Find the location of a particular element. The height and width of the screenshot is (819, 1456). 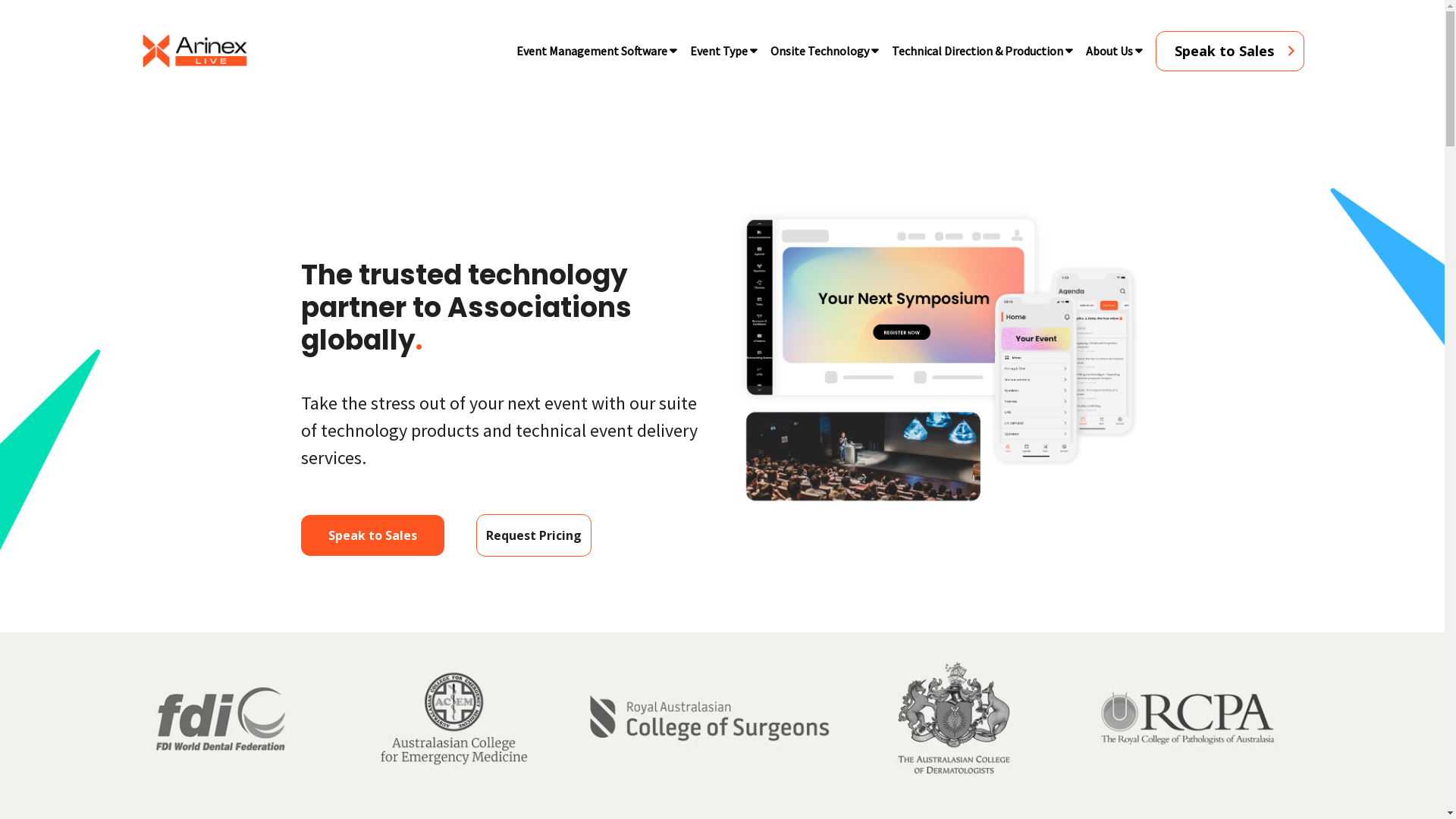

'Request Pricing' is located at coordinates (475, 534).